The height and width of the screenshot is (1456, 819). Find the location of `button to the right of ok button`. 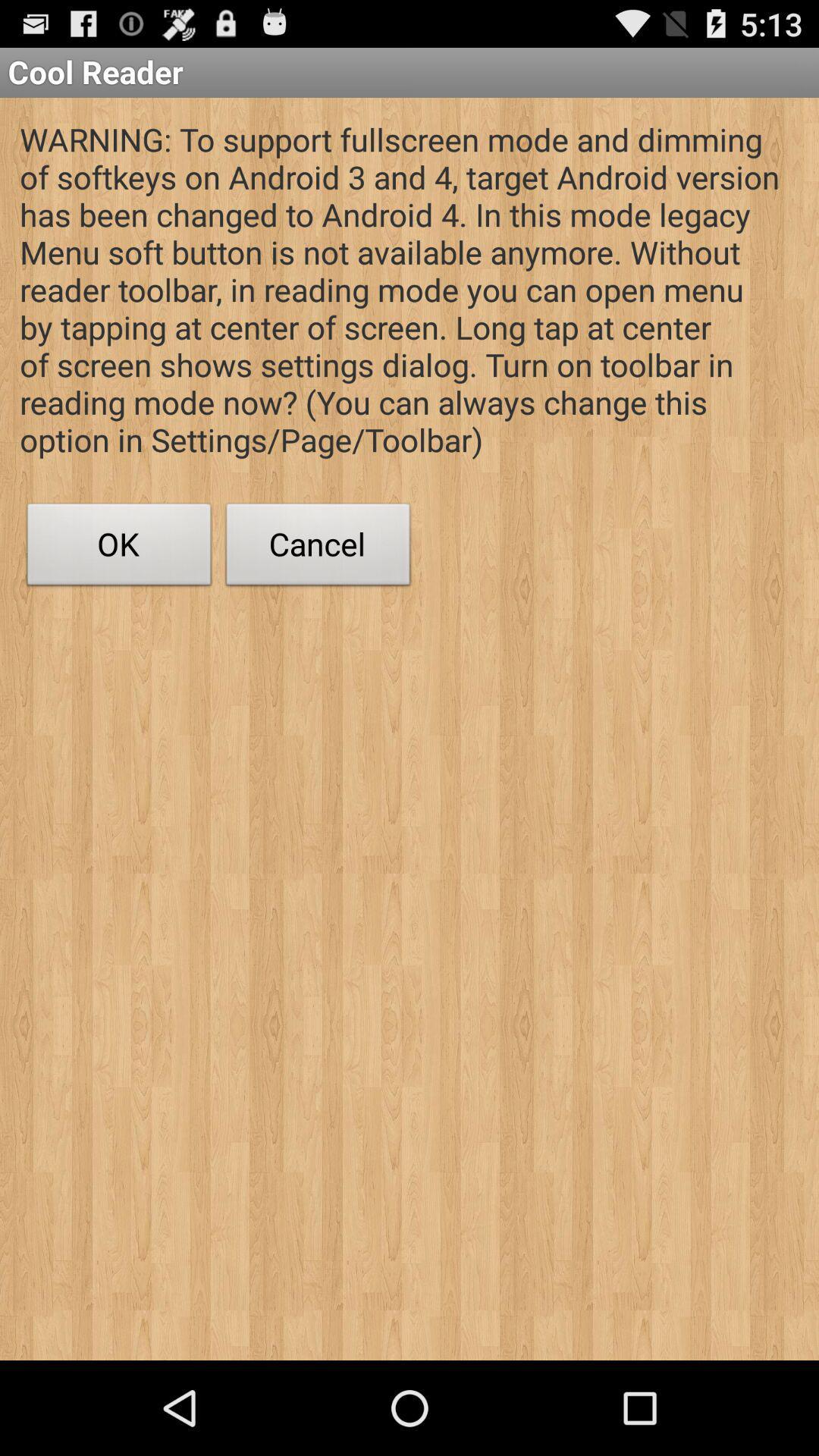

button to the right of ok button is located at coordinates (318, 548).